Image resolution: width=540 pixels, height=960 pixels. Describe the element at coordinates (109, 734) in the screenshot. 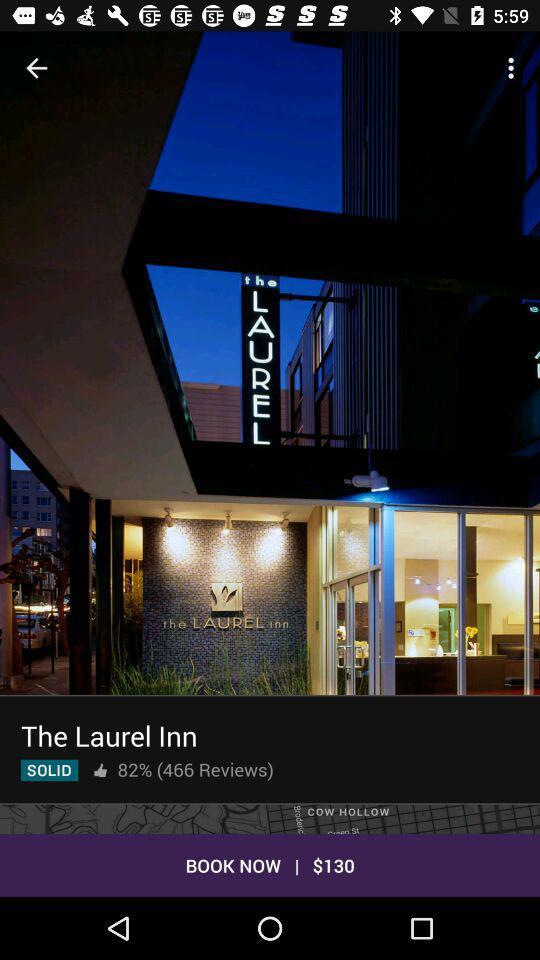

I see `the the laurel inn` at that location.